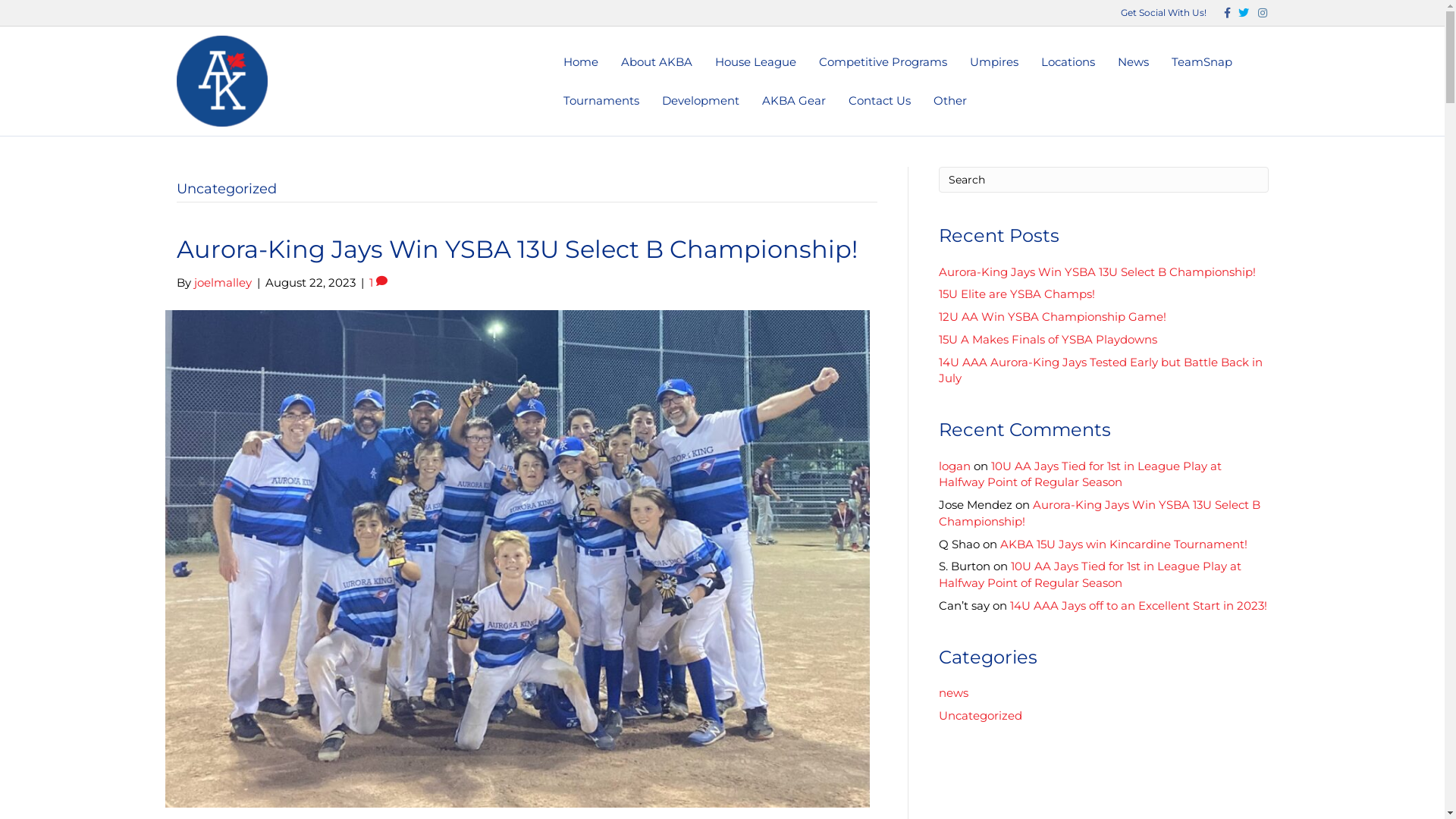  What do you see at coordinates (792, 100) in the screenshot?
I see `'AKBA Gear'` at bounding box center [792, 100].